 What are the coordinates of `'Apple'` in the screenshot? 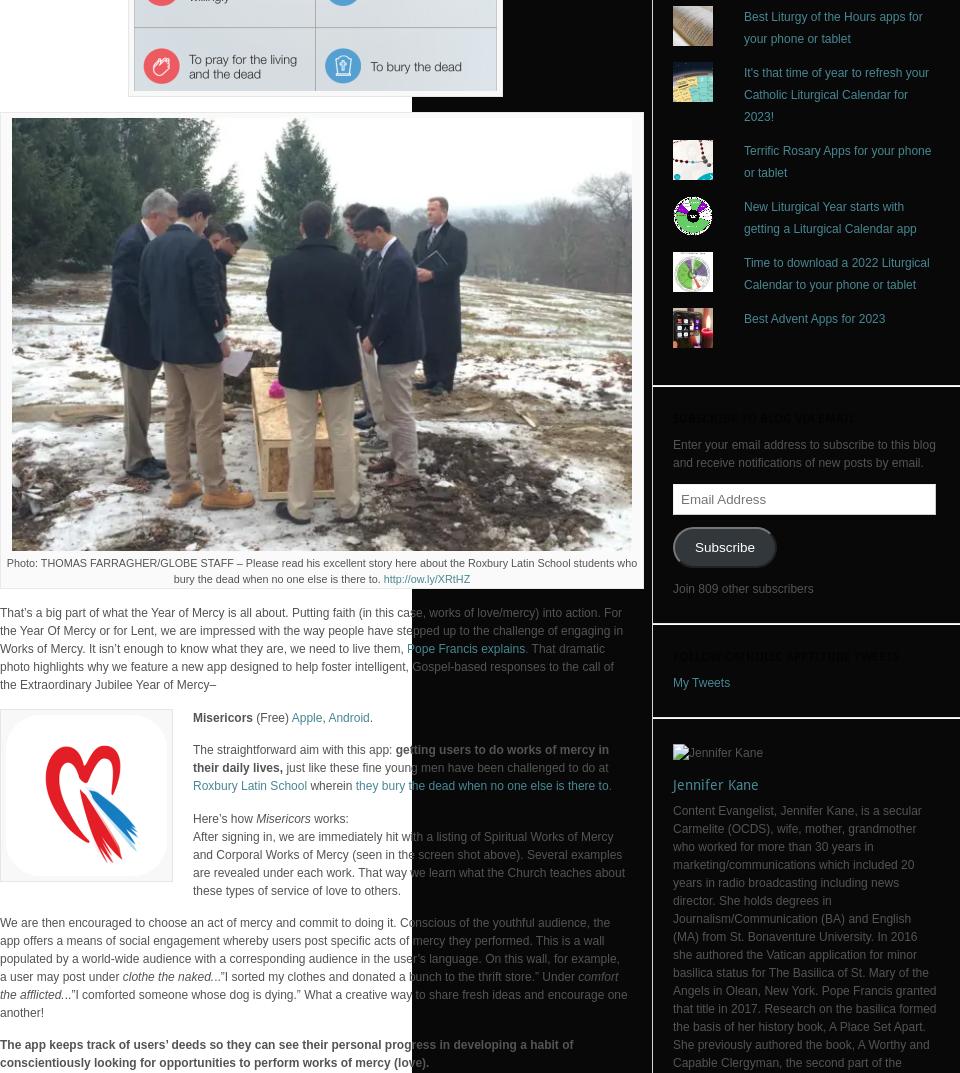 It's located at (306, 715).